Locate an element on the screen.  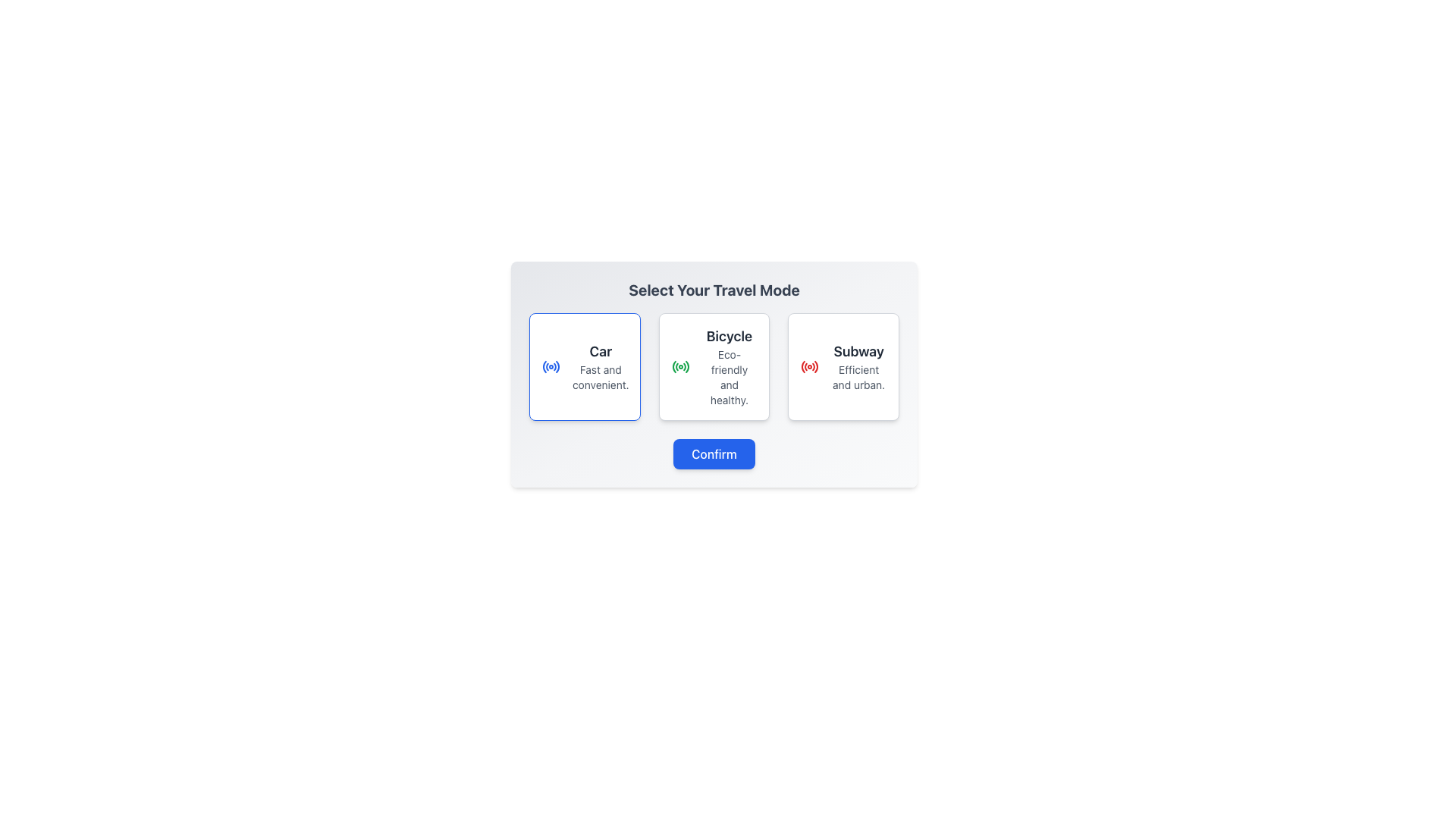
the 'Subway' text label, which is styled in bold, headline format, and located centrally in the third column of a three-column layout is located at coordinates (858, 351).